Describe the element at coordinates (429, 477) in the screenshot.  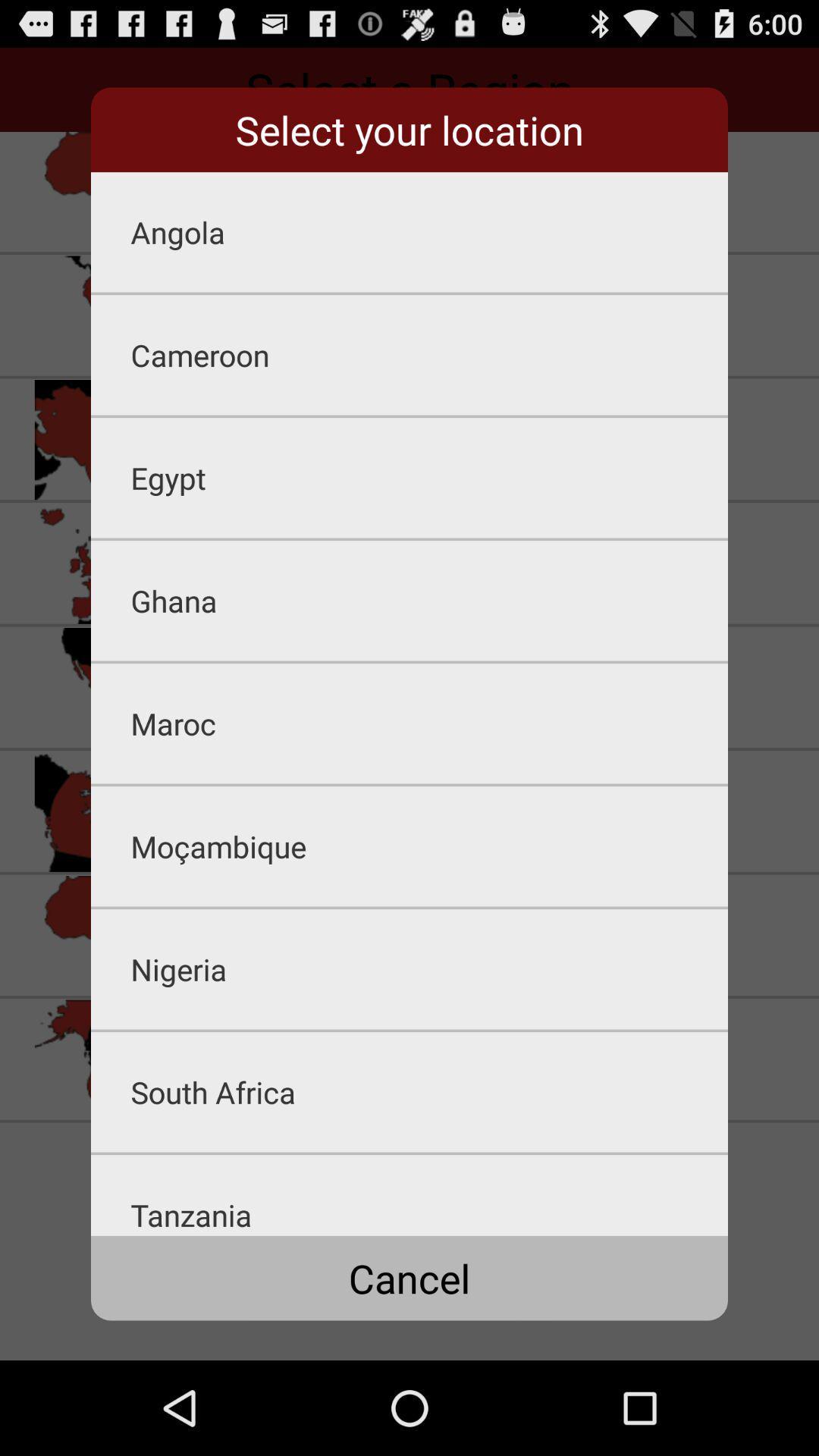
I see `the egypt item` at that location.